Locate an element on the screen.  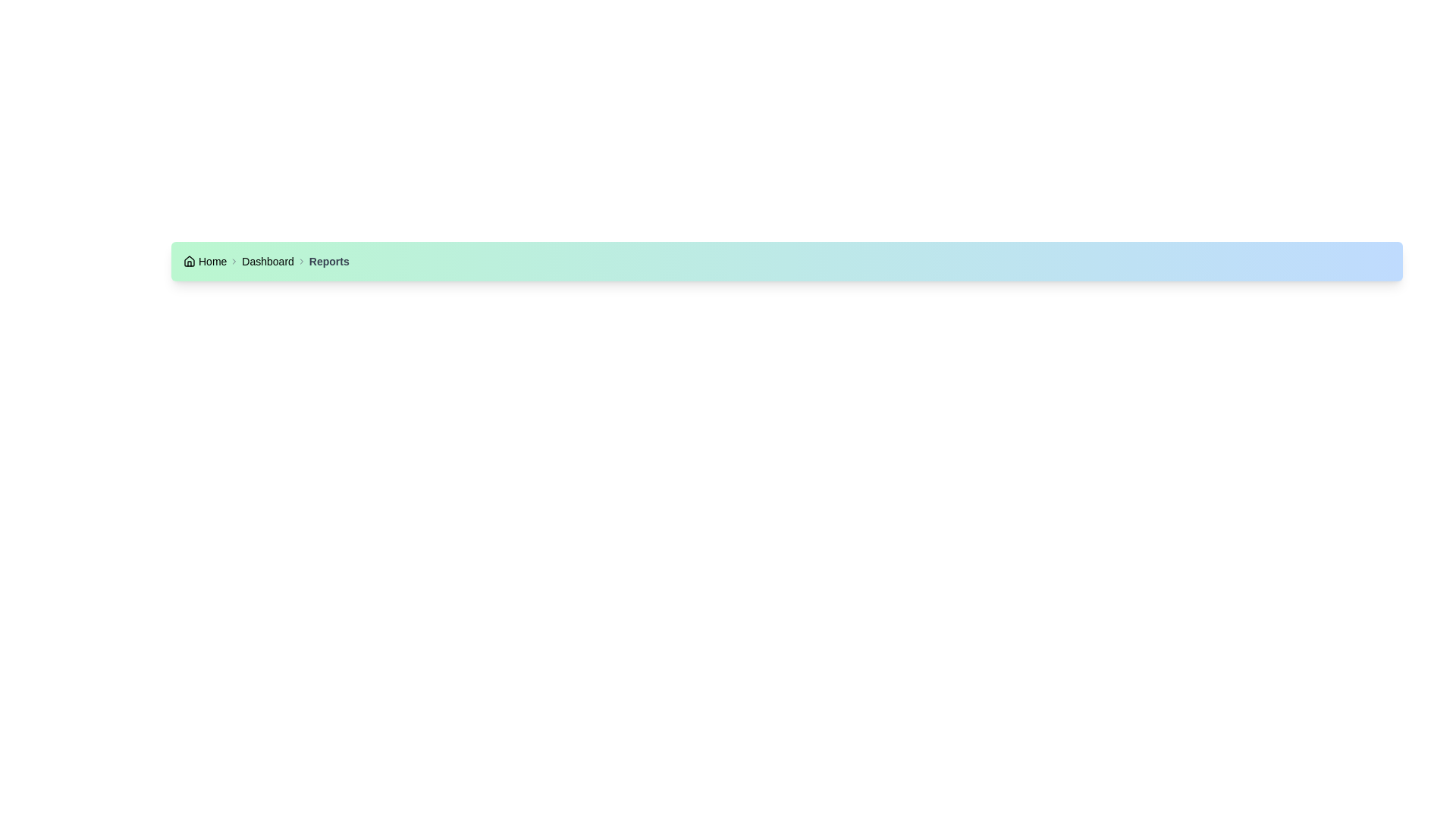
the 'Reports' label in the breadcrumb navigation, which indicates the current page's name and is positioned on the rightmost side among the breadcrumb links is located at coordinates (328, 260).